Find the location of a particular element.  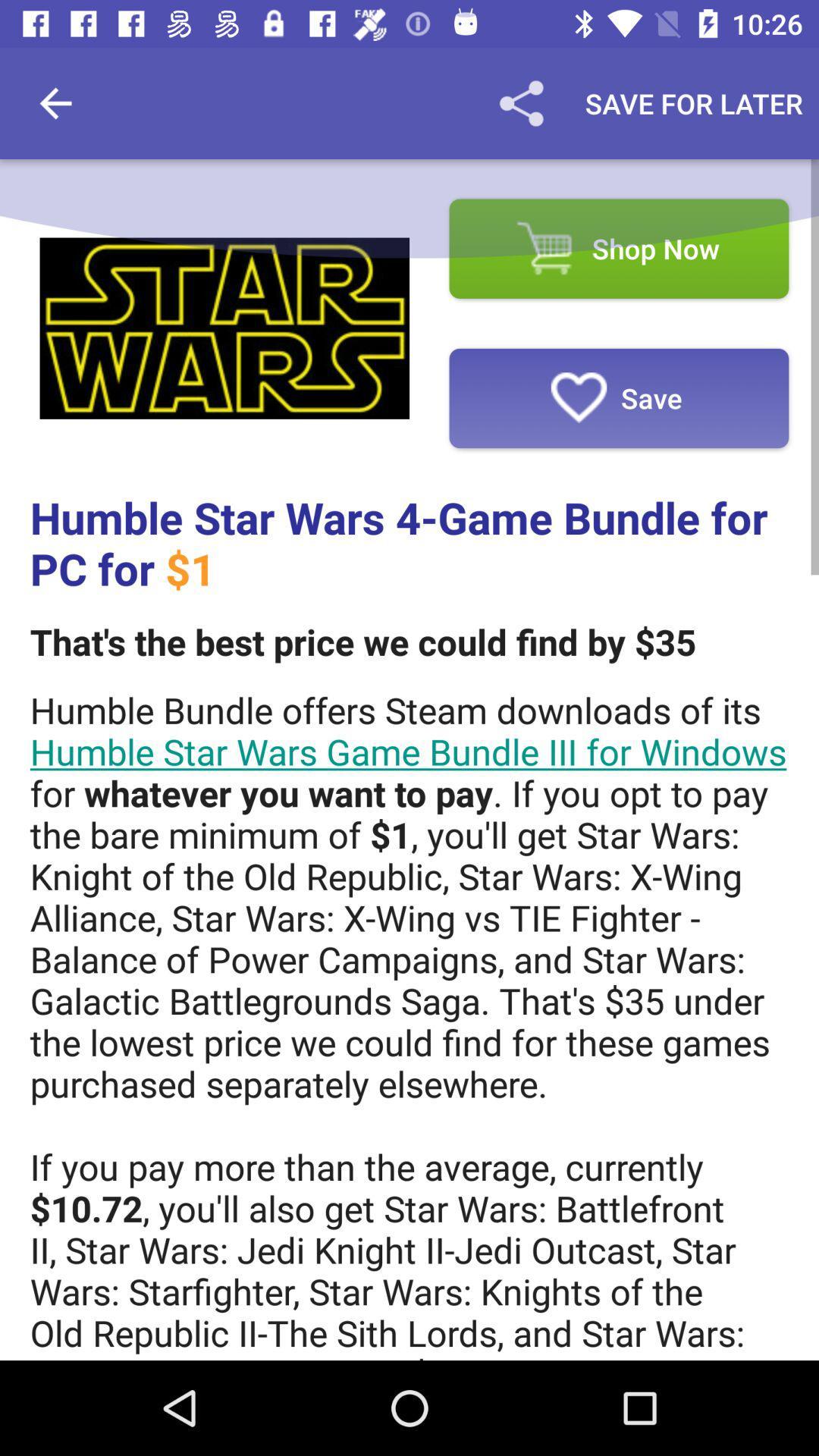

item above save icon is located at coordinates (619, 249).